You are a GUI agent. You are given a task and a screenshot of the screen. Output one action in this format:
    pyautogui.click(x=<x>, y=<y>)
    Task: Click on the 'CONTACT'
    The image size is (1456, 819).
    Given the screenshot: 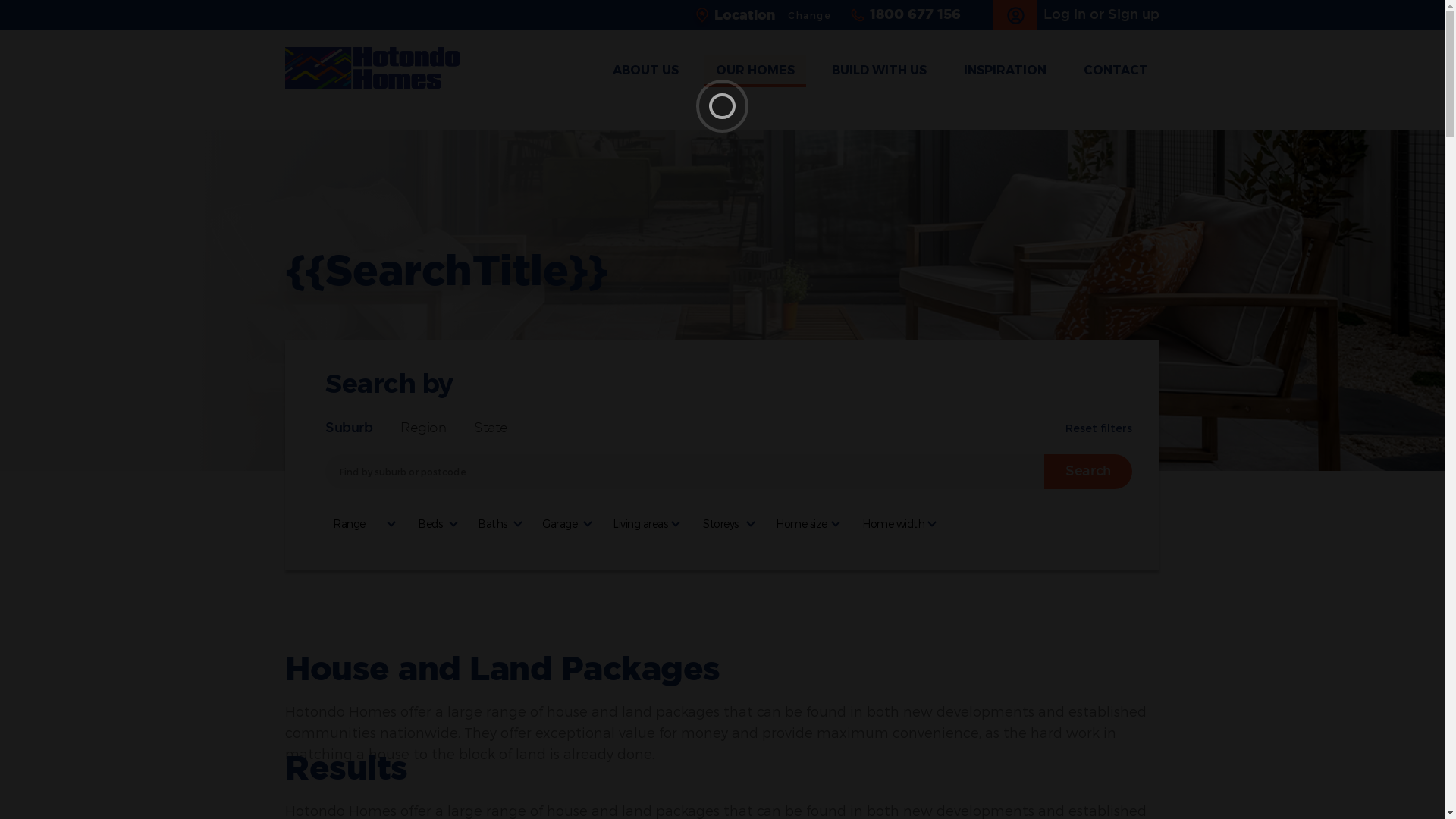 What is the action you would take?
    pyautogui.click(x=1116, y=71)
    